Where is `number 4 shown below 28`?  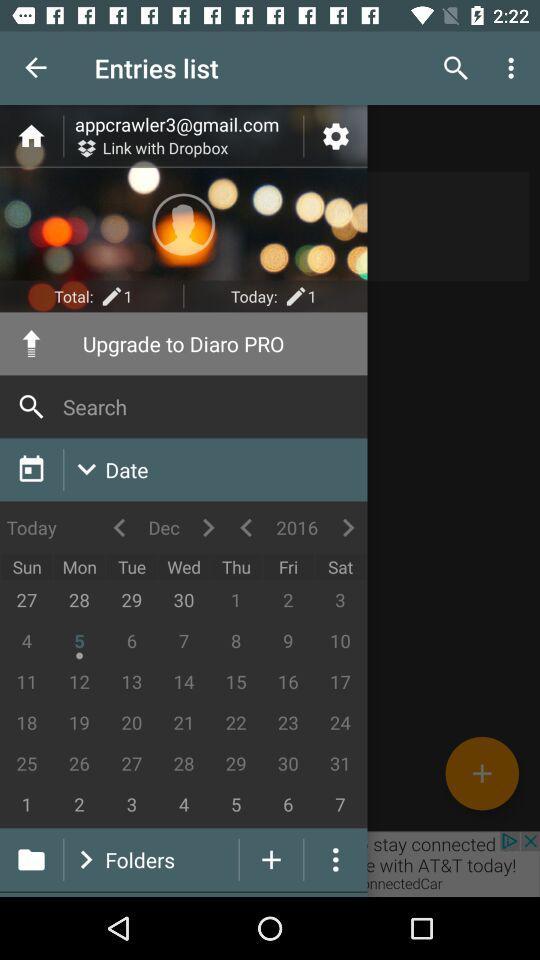 number 4 shown below 28 is located at coordinates (184, 805).